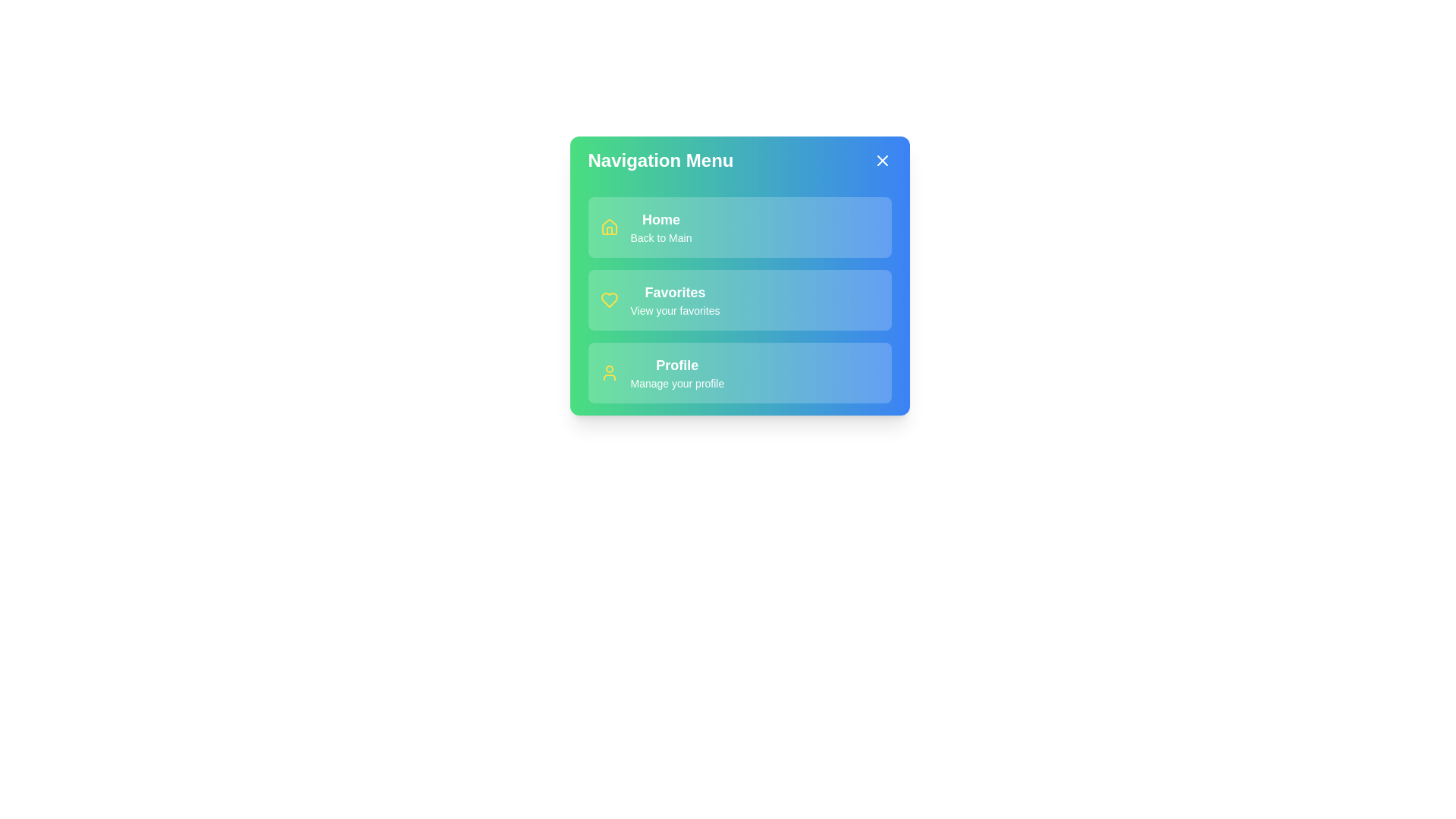 The image size is (1456, 819). Describe the element at coordinates (739, 227) in the screenshot. I see `the menu item Home` at that location.